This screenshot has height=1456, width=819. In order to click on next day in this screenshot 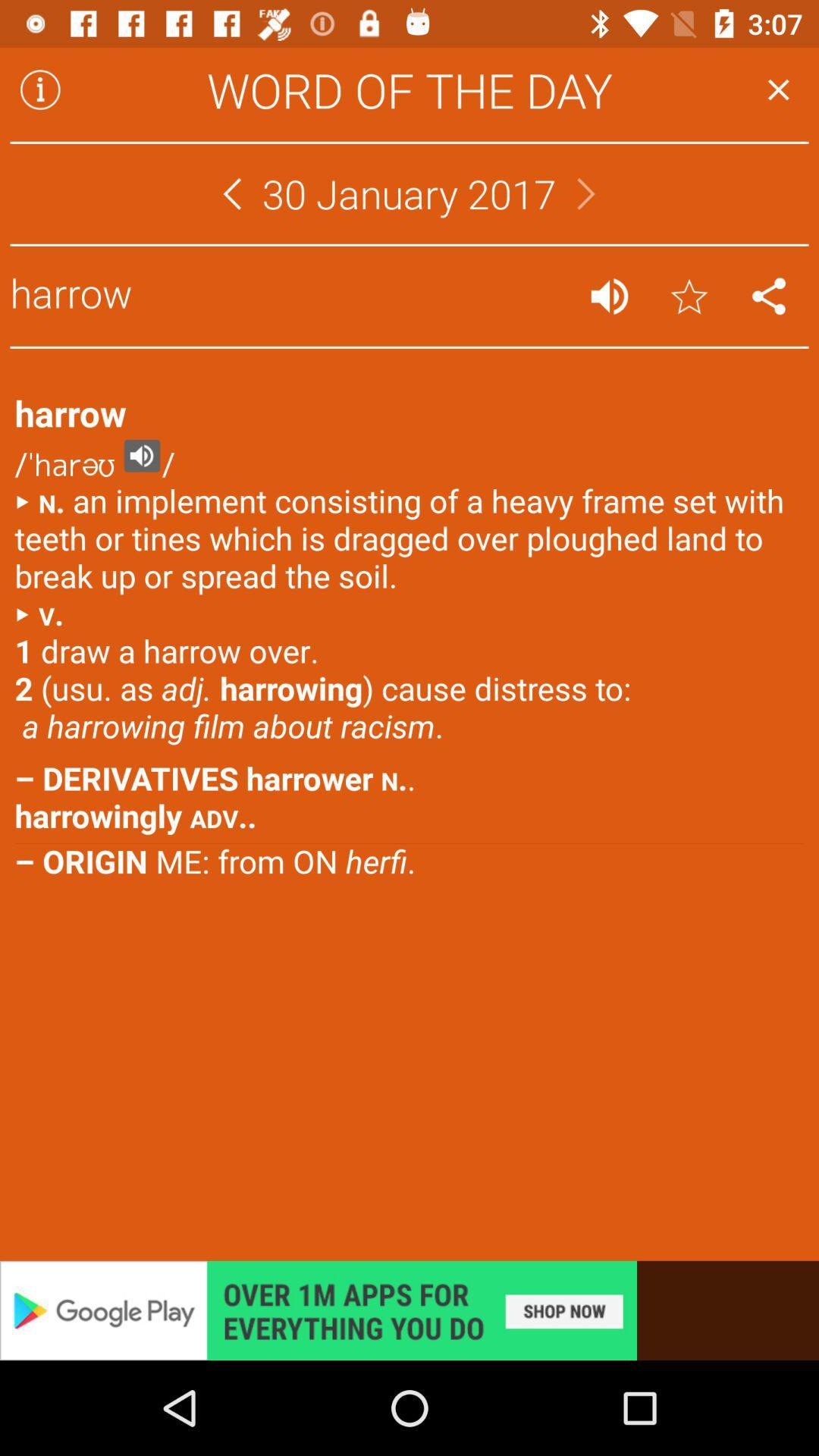, I will do `click(585, 193)`.